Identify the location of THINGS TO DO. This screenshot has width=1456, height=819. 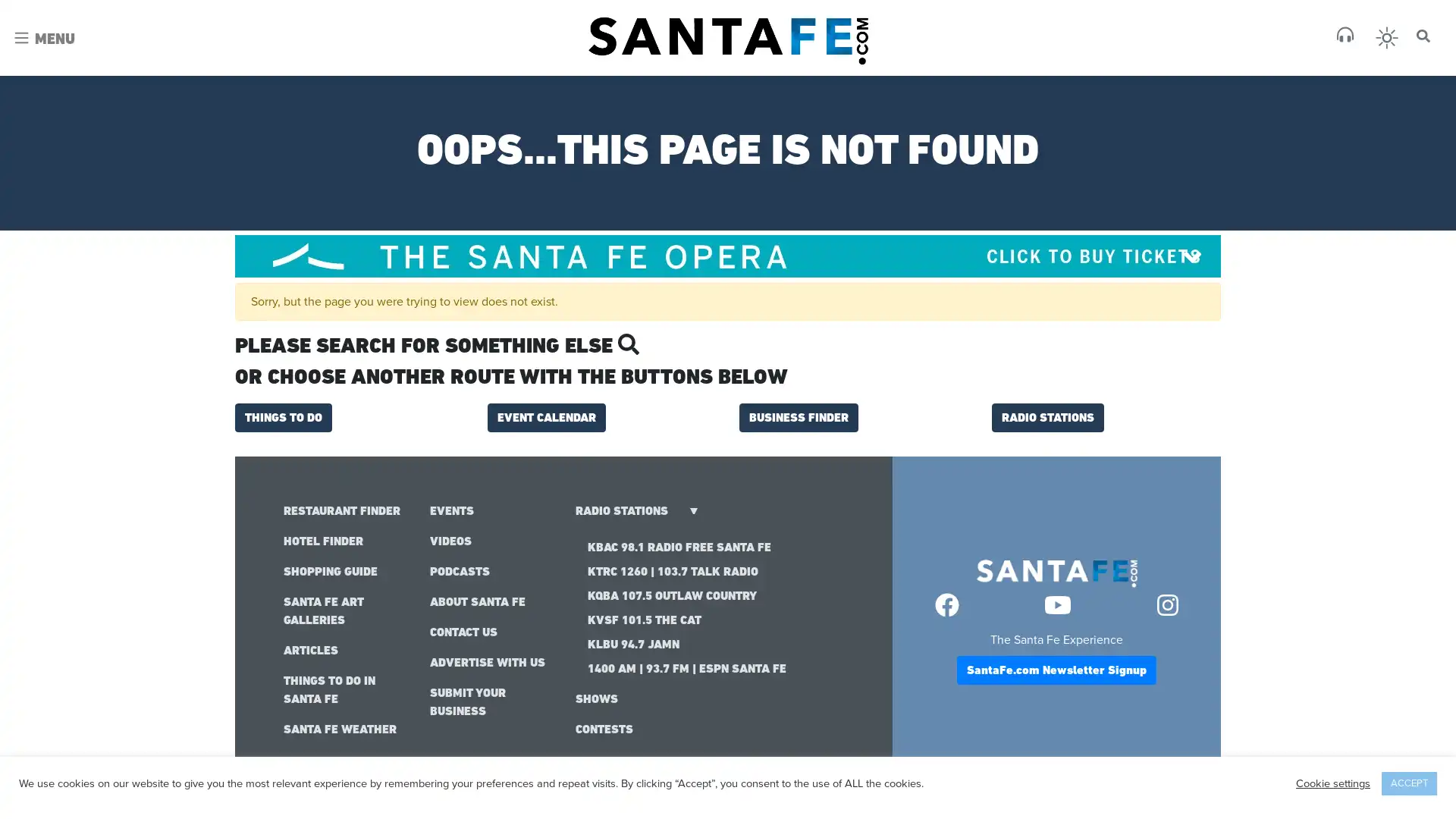
(284, 417).